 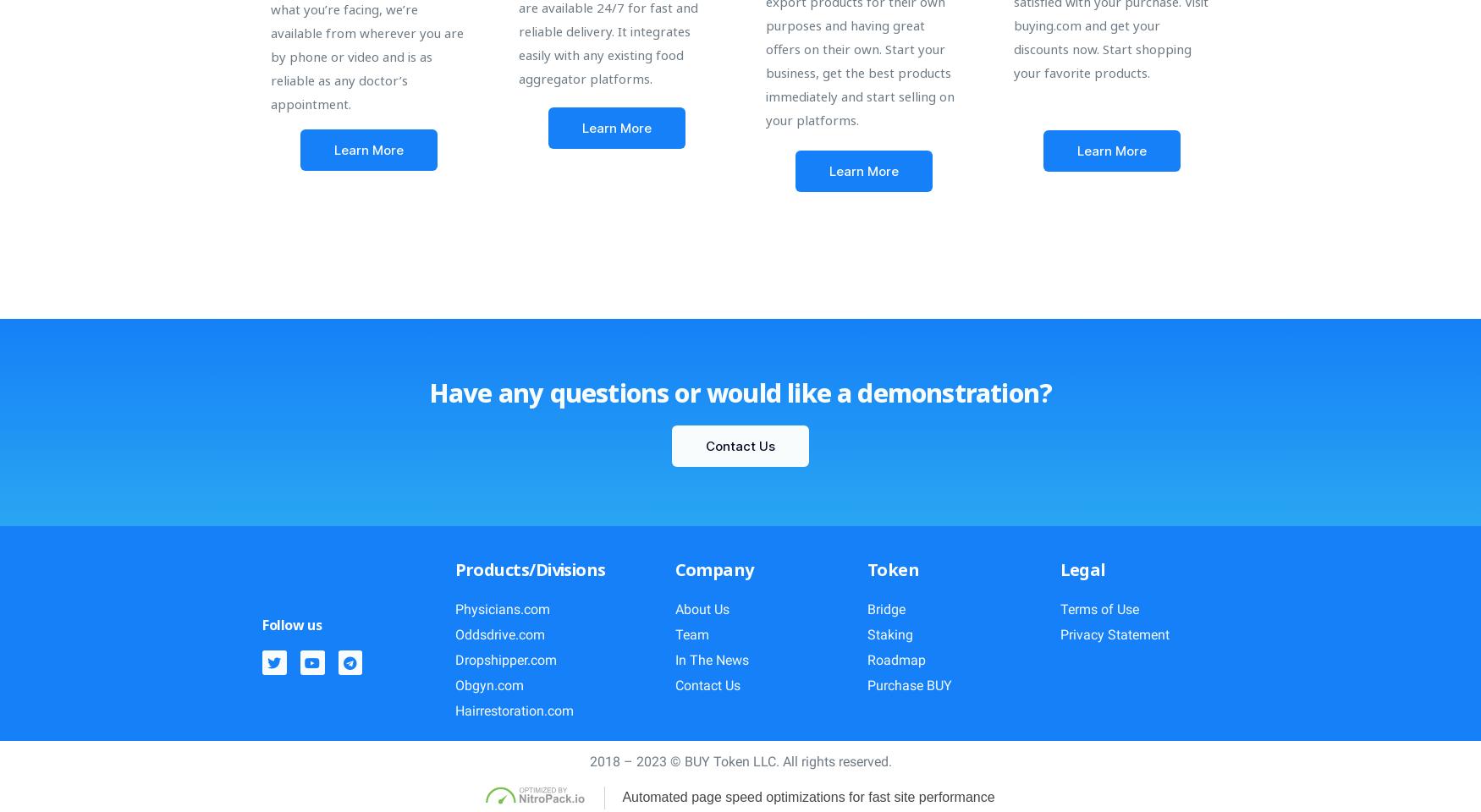 I want to click on '2018 – 2023 © BUY Token LLC. All rights reserved.', so click(x=740, y=760).